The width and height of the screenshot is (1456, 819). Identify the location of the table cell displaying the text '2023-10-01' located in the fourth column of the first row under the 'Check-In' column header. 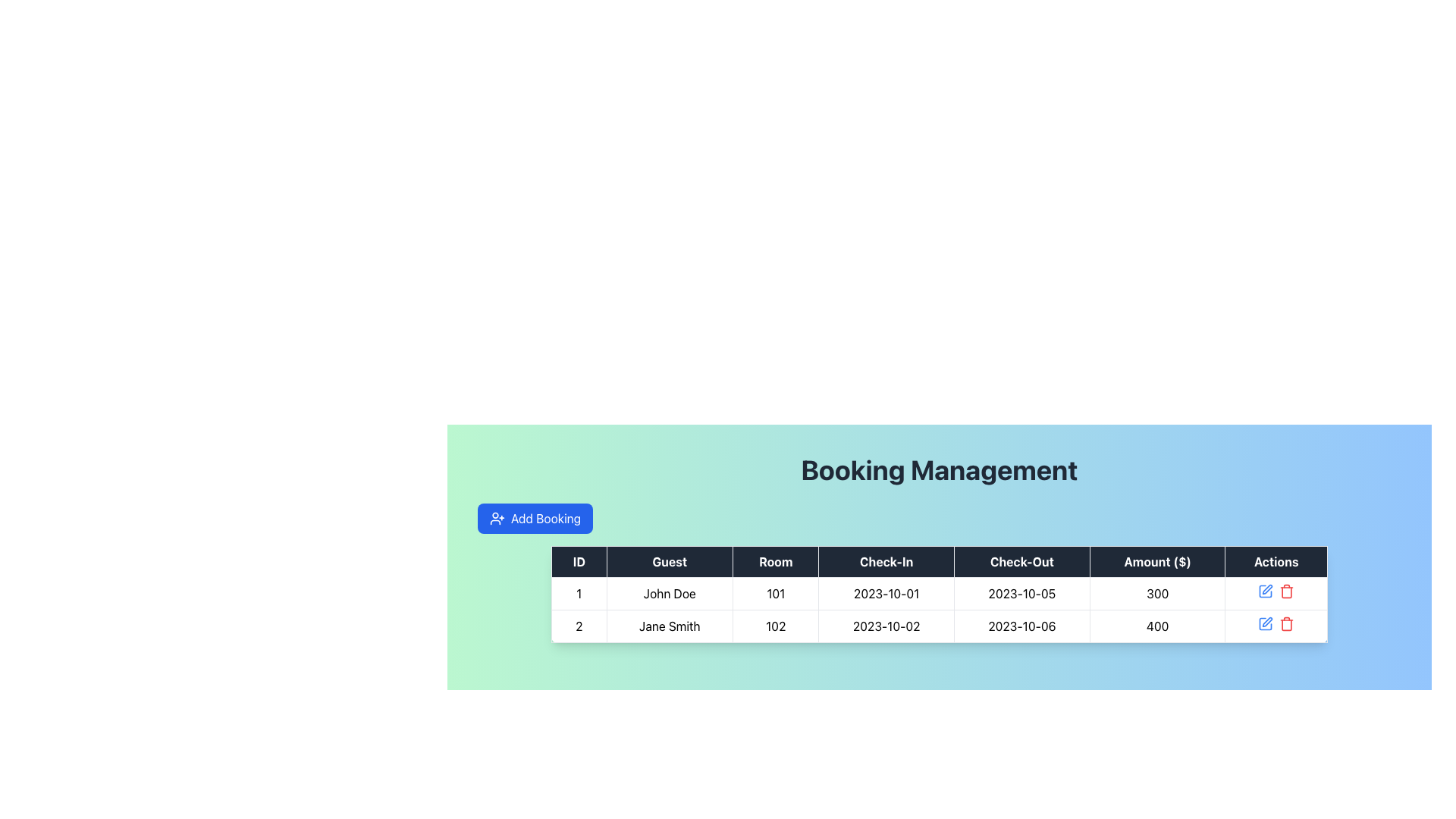
(886, 593).